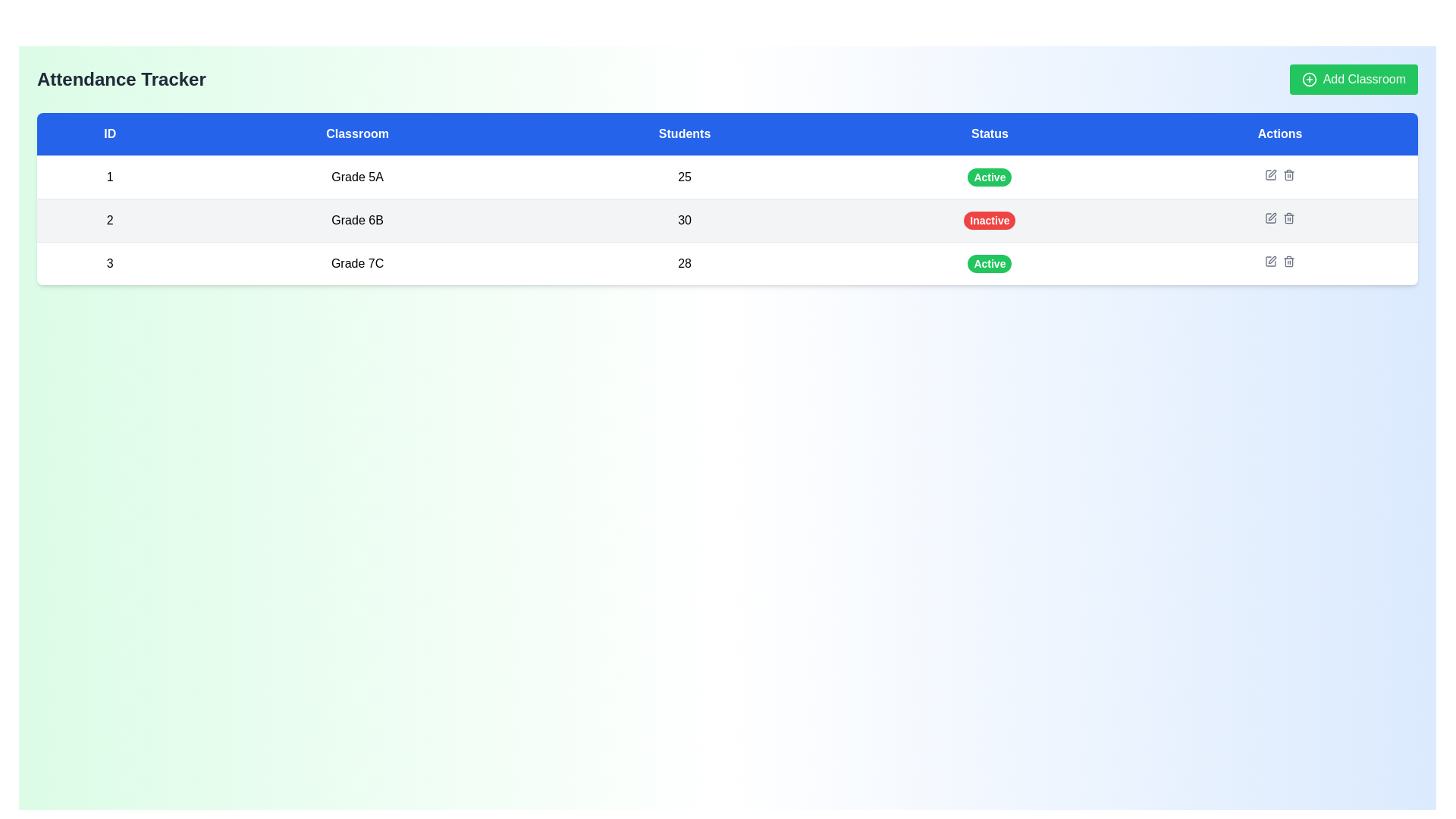 This screenshot has width=1456, height=819. I want to click on the pill-shaped badge labeled 'Active' in white font on a green background, located in the 'Status' column of the third row in the table, which aligns with the entry 'Grade 7C' under 'Classroom', so click(990, 262).